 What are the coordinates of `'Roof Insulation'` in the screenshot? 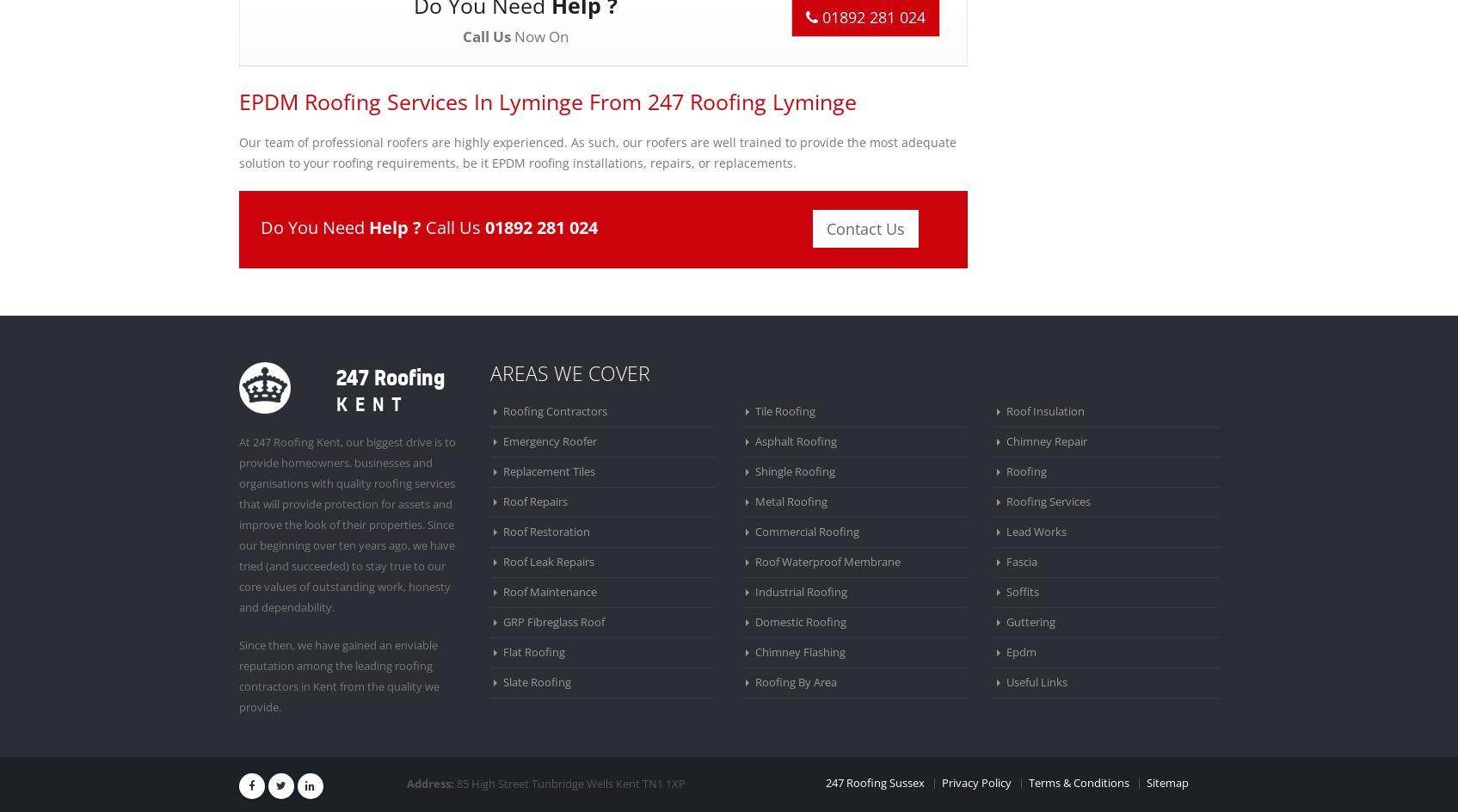 It's located at (1045, 410).